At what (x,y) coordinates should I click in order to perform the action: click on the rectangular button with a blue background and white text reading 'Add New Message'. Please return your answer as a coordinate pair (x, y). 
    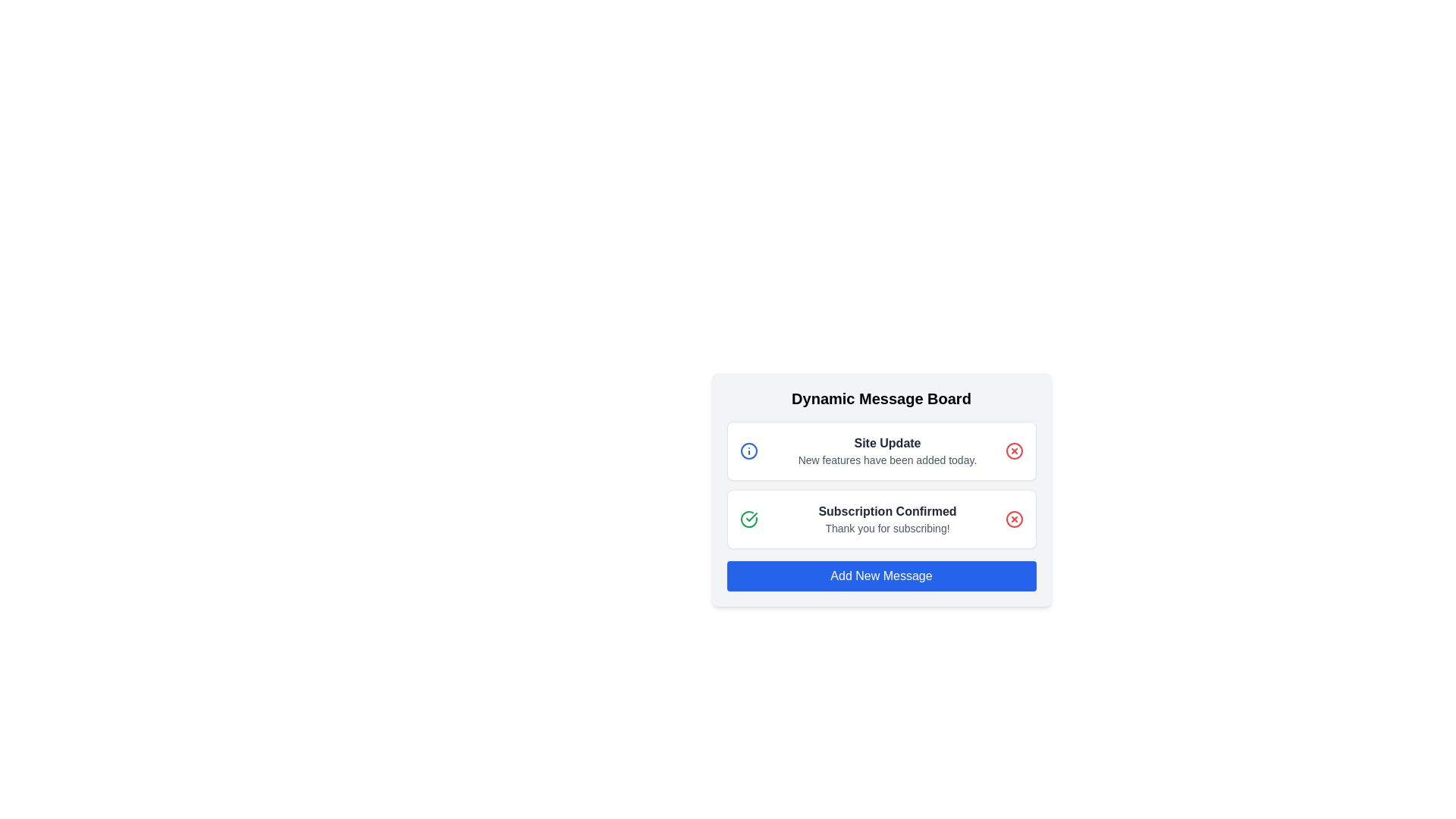
    Looking at the image, I should click on (881, 576).